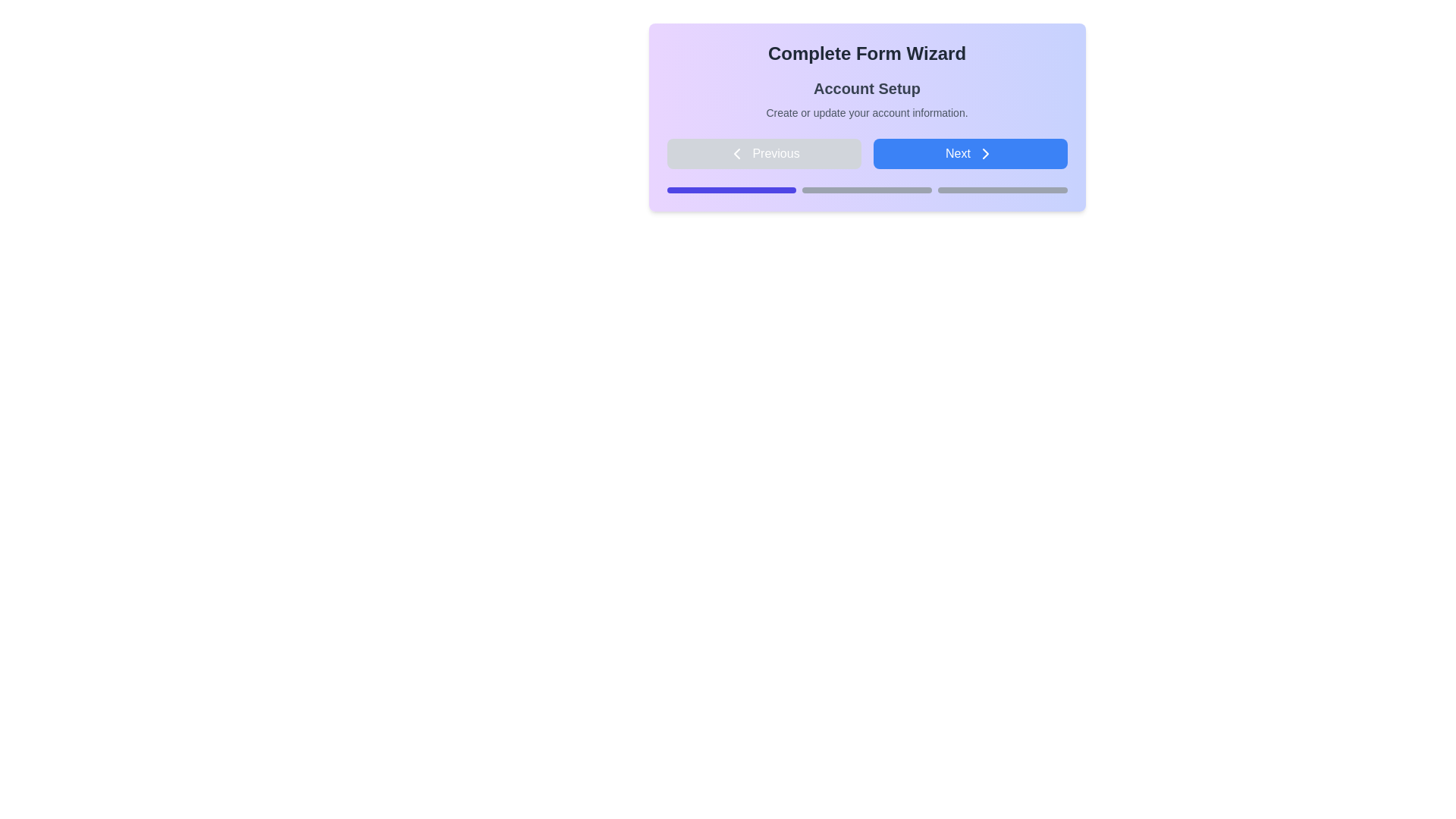 This screenshot has width=1456, height=819. Describe the element at coordinates (867, 88) in the screenshot. I see `the Text Label that serves as a section title indicating the purpose of the form or section below it, located near the top center of the interface, just below 'Complete Form Wizard'` at that location.